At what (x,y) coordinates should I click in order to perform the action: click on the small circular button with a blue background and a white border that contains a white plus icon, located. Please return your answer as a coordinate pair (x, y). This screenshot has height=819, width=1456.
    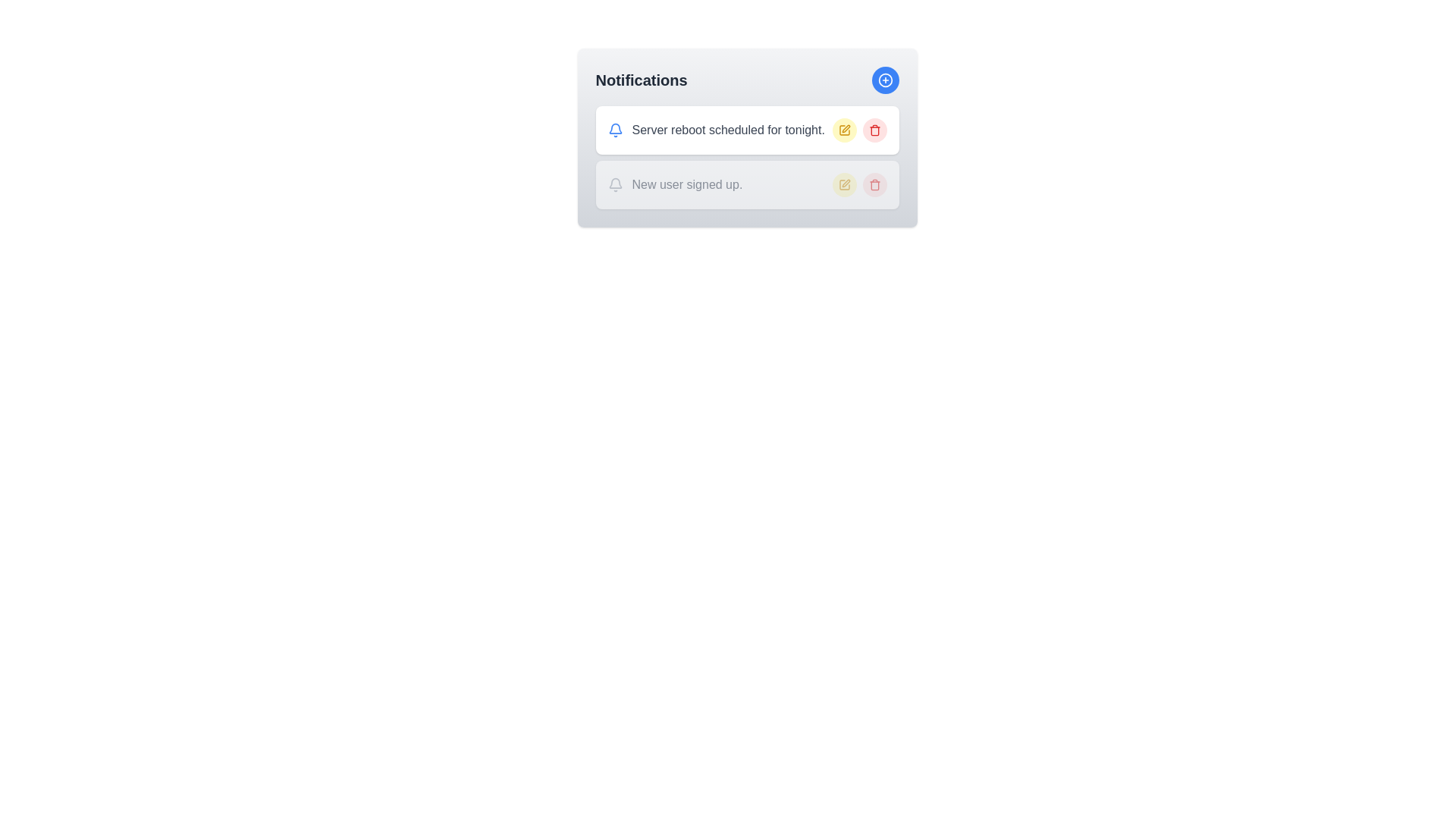
    Looking at the image, I should click on (885, 80).